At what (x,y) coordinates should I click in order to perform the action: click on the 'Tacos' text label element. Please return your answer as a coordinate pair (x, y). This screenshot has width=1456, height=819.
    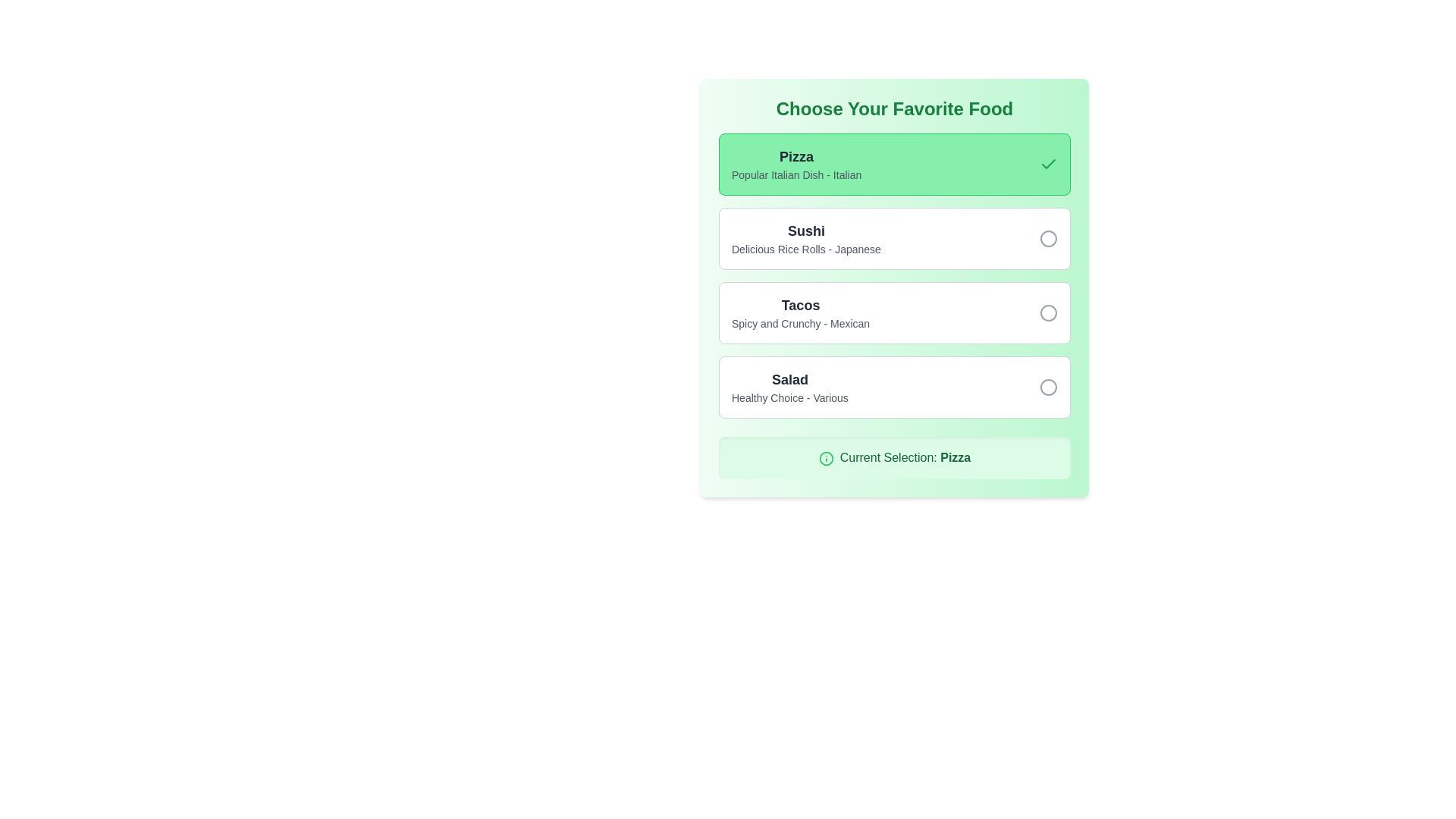
    Looking at the image, I should click on (800, 312).